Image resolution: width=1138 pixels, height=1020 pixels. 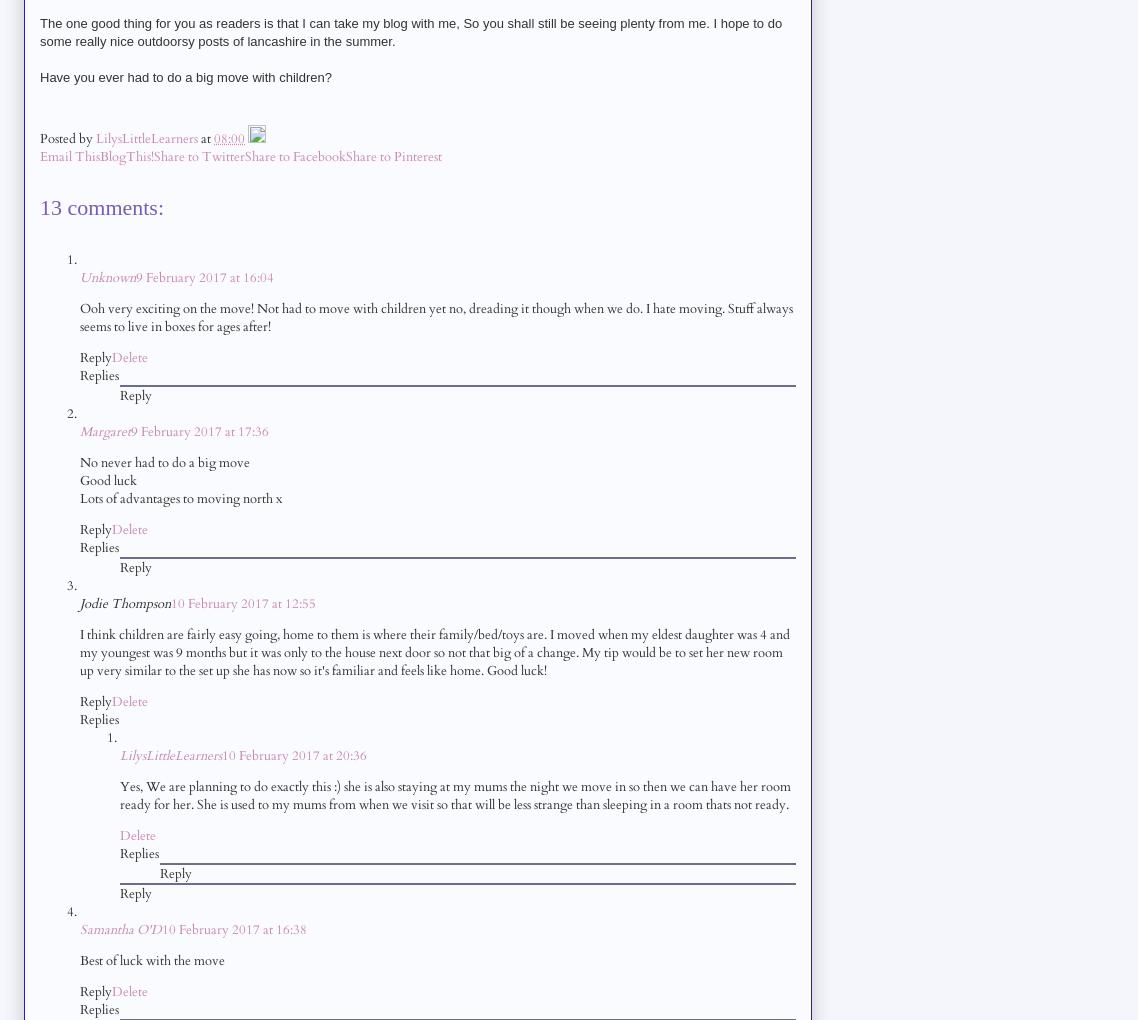 What do you see at coordinates (203, 276) in the screenshot?
I see `'9 February 2017 at 16:04'` at bounding box center [203, 276].